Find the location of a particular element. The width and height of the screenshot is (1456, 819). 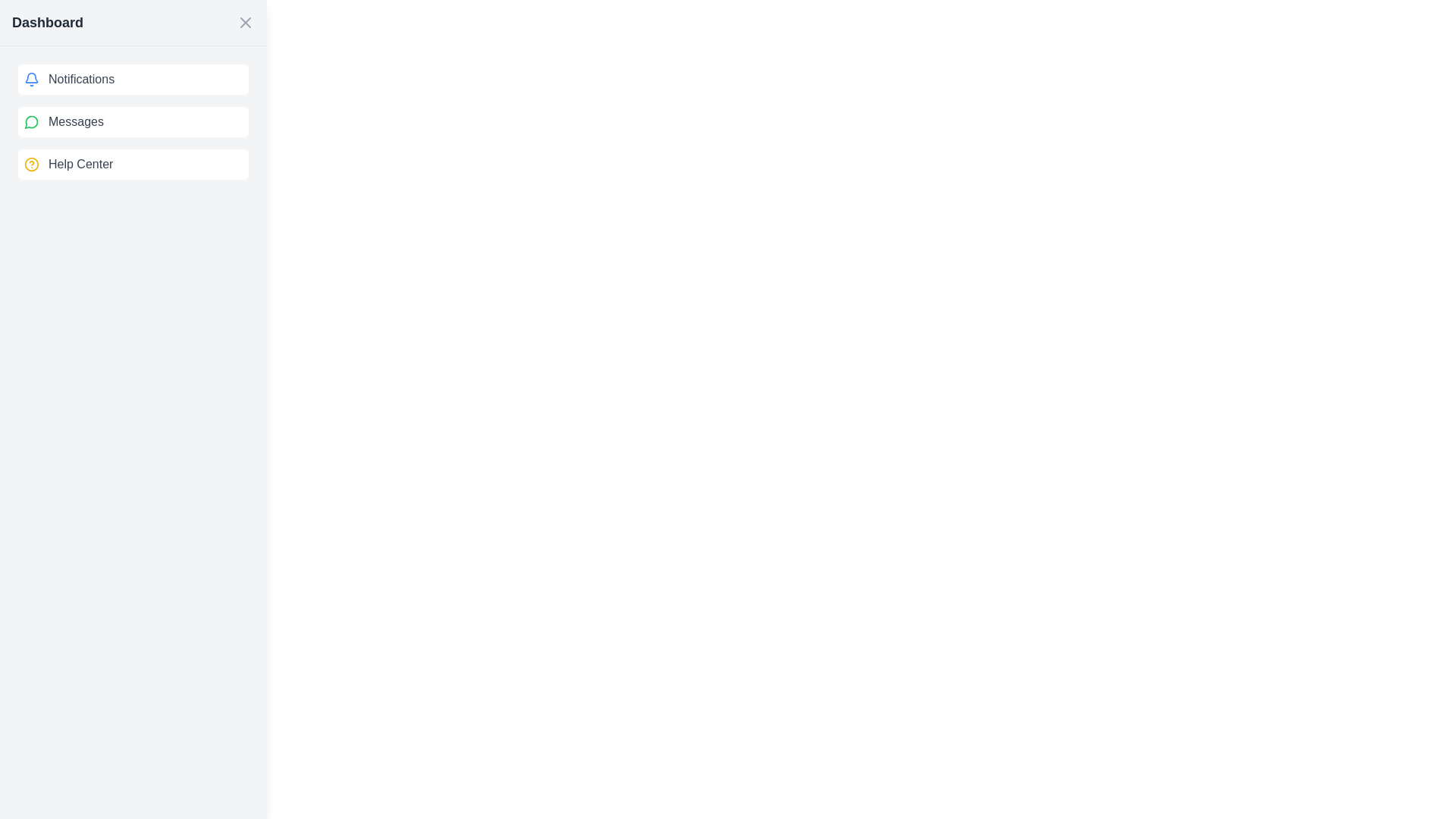

the close button represented by a diagonal cross (X) in a square shape located in the upper right corner of the left sidebar, next to the 'Dashboard' label is located at coordinates (246, 23).